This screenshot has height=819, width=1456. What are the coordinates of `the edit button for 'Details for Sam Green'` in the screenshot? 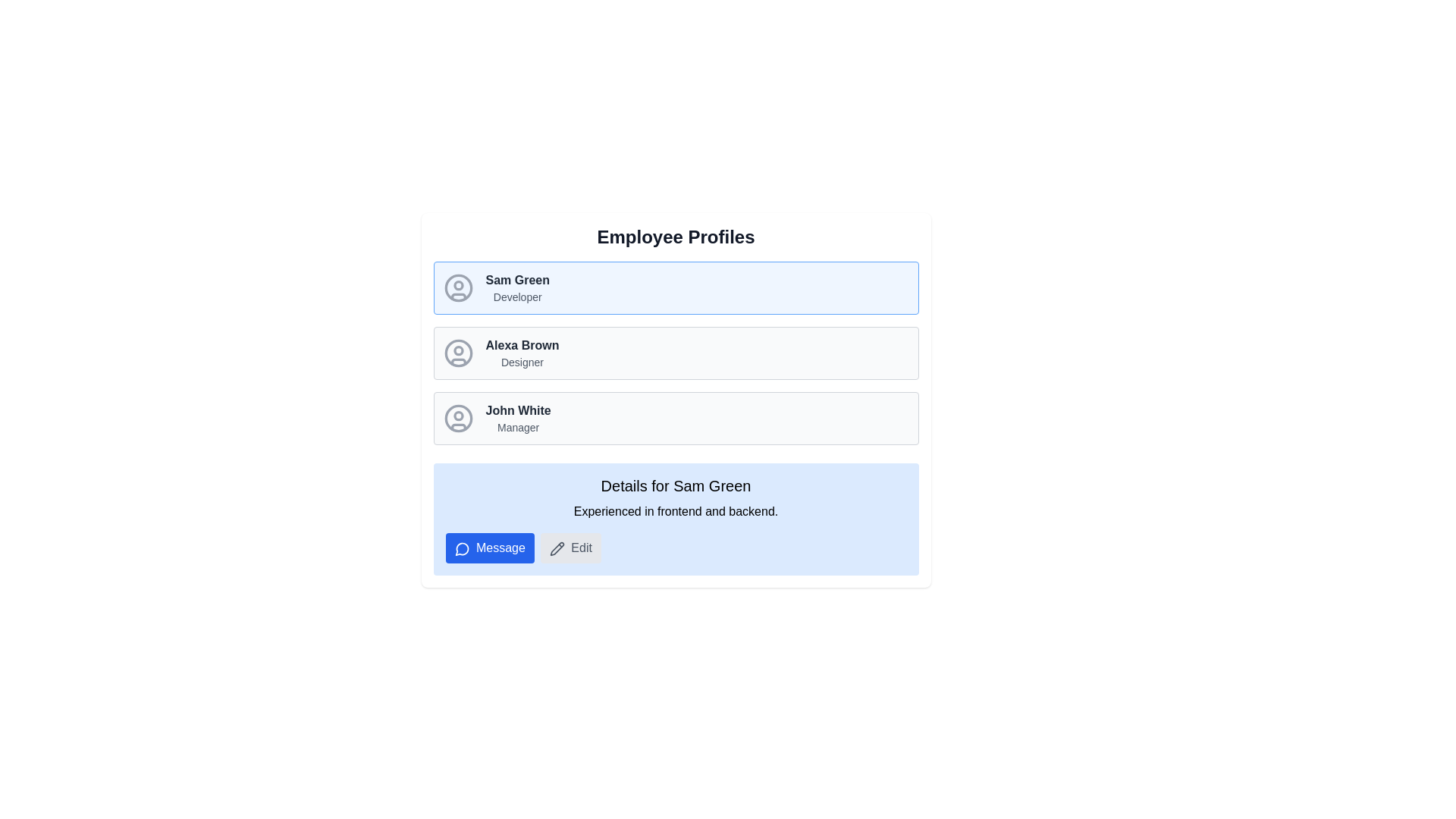 It's located at (570, 548).